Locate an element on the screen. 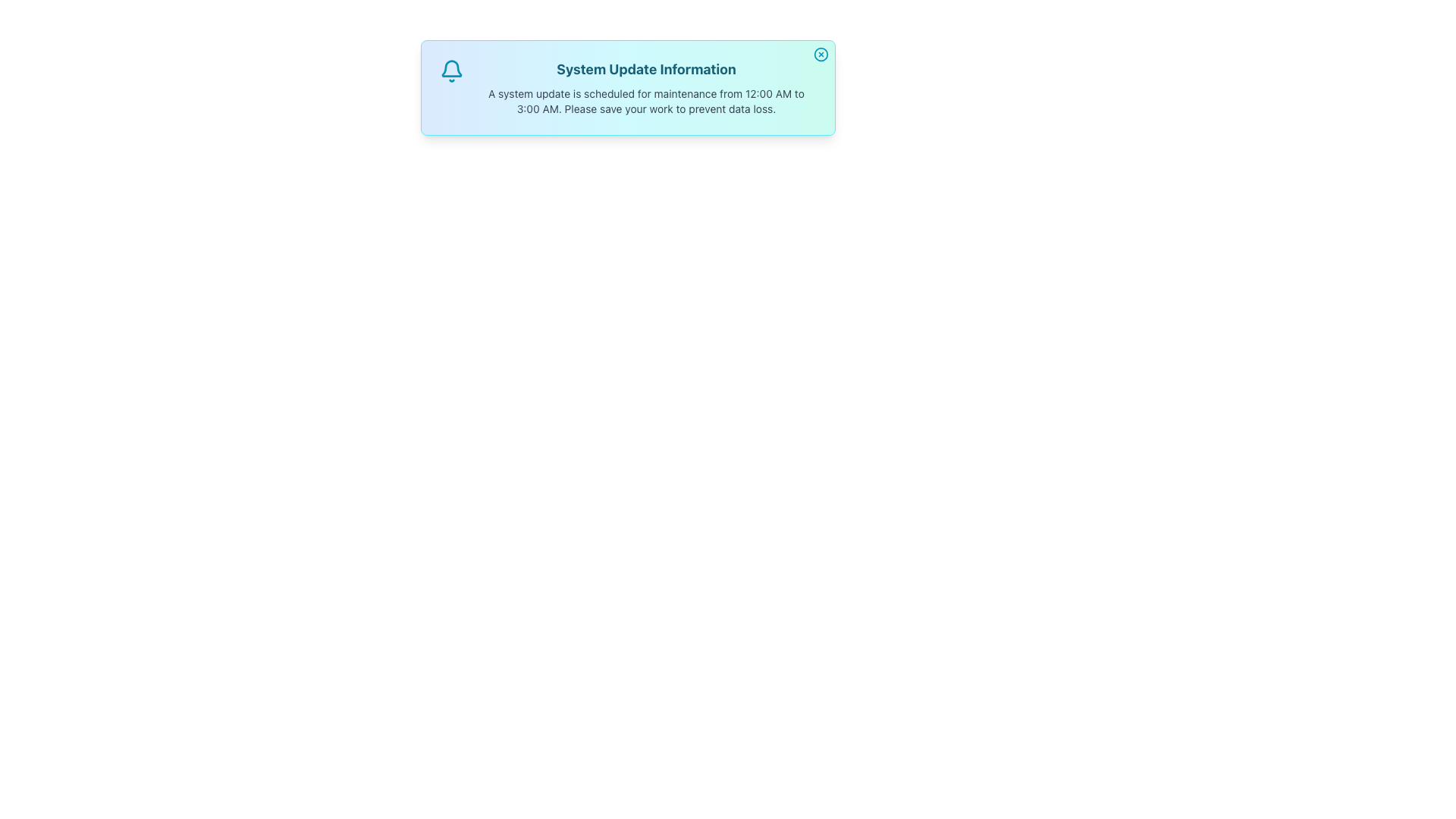 This screenshot has height=819, width=1456. the text label which serves as the header for the notification box, located centrally at the top of the notification box is located at coordinates (646, 70).